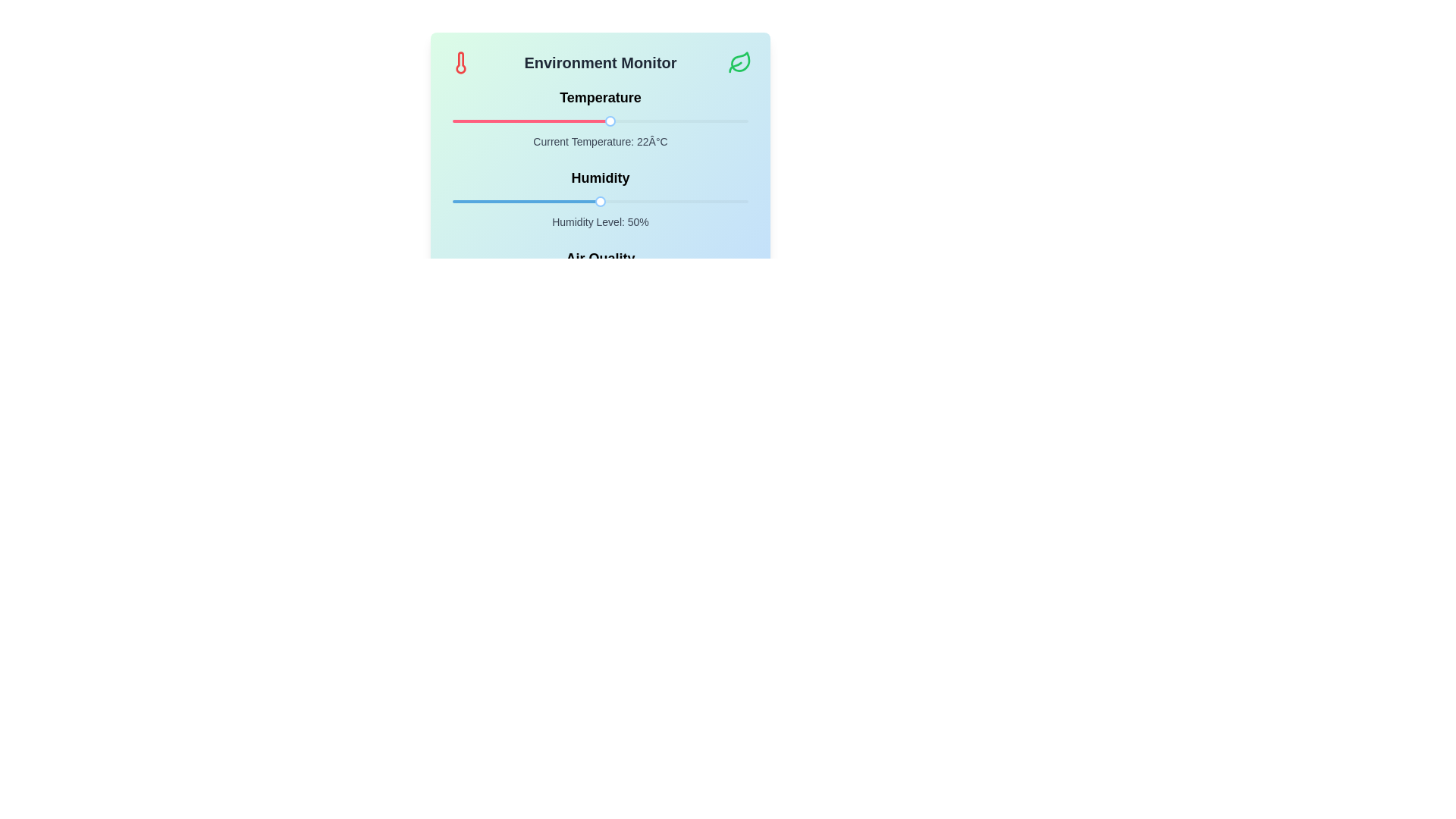 The width and height of the screenshot is (1456, 819). I want to click on slider value, so click(572, 201).